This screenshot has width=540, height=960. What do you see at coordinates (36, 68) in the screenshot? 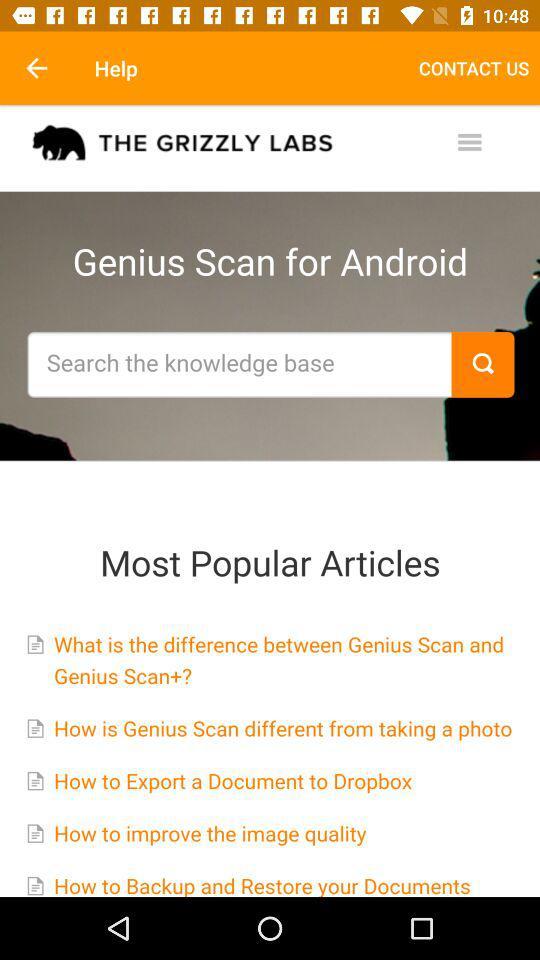
I see `the item to the left of help item` at bounding box center [36, 68].